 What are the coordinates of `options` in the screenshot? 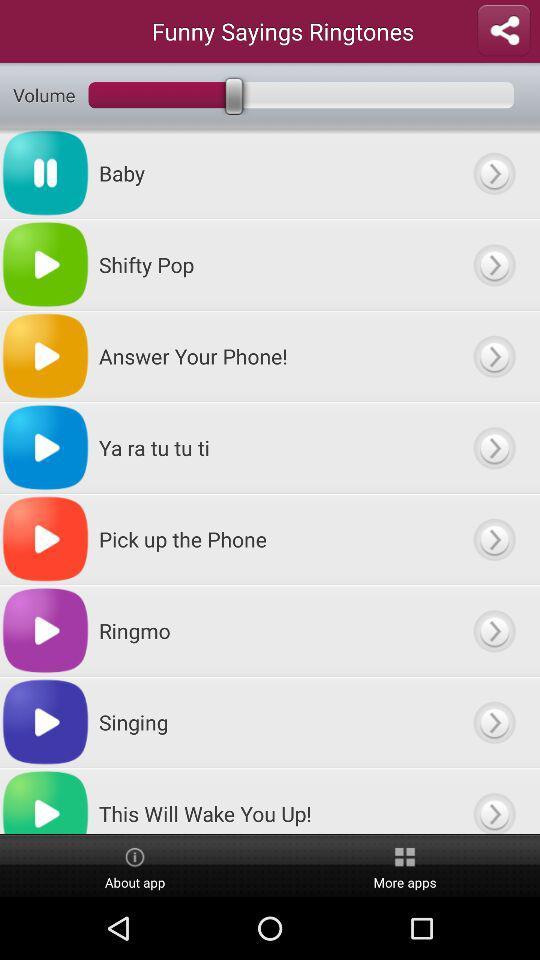 It's located at (493, 538).